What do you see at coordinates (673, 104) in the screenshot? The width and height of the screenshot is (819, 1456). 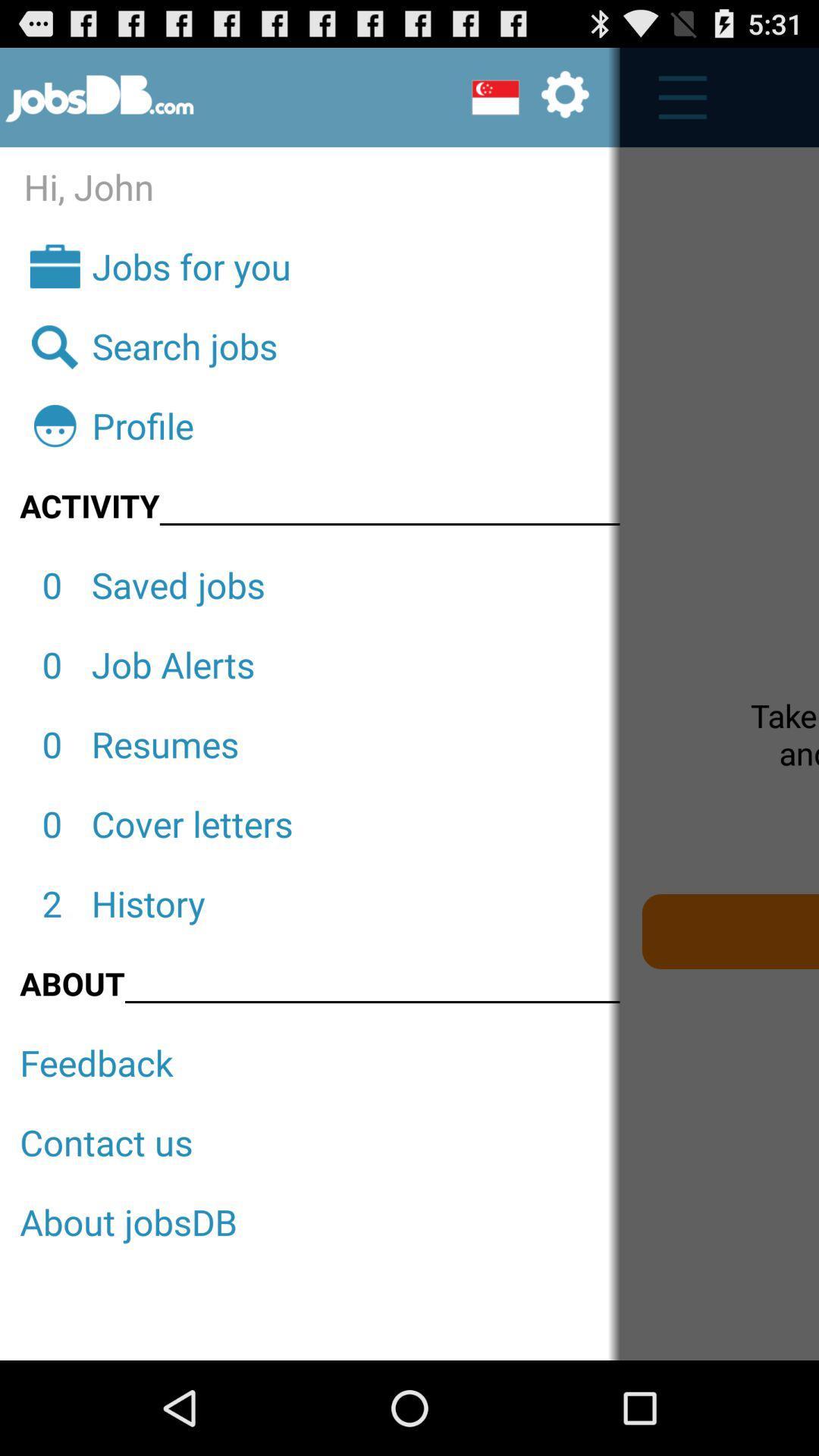 I see `the menu icon` at bounding box center [673, 104].